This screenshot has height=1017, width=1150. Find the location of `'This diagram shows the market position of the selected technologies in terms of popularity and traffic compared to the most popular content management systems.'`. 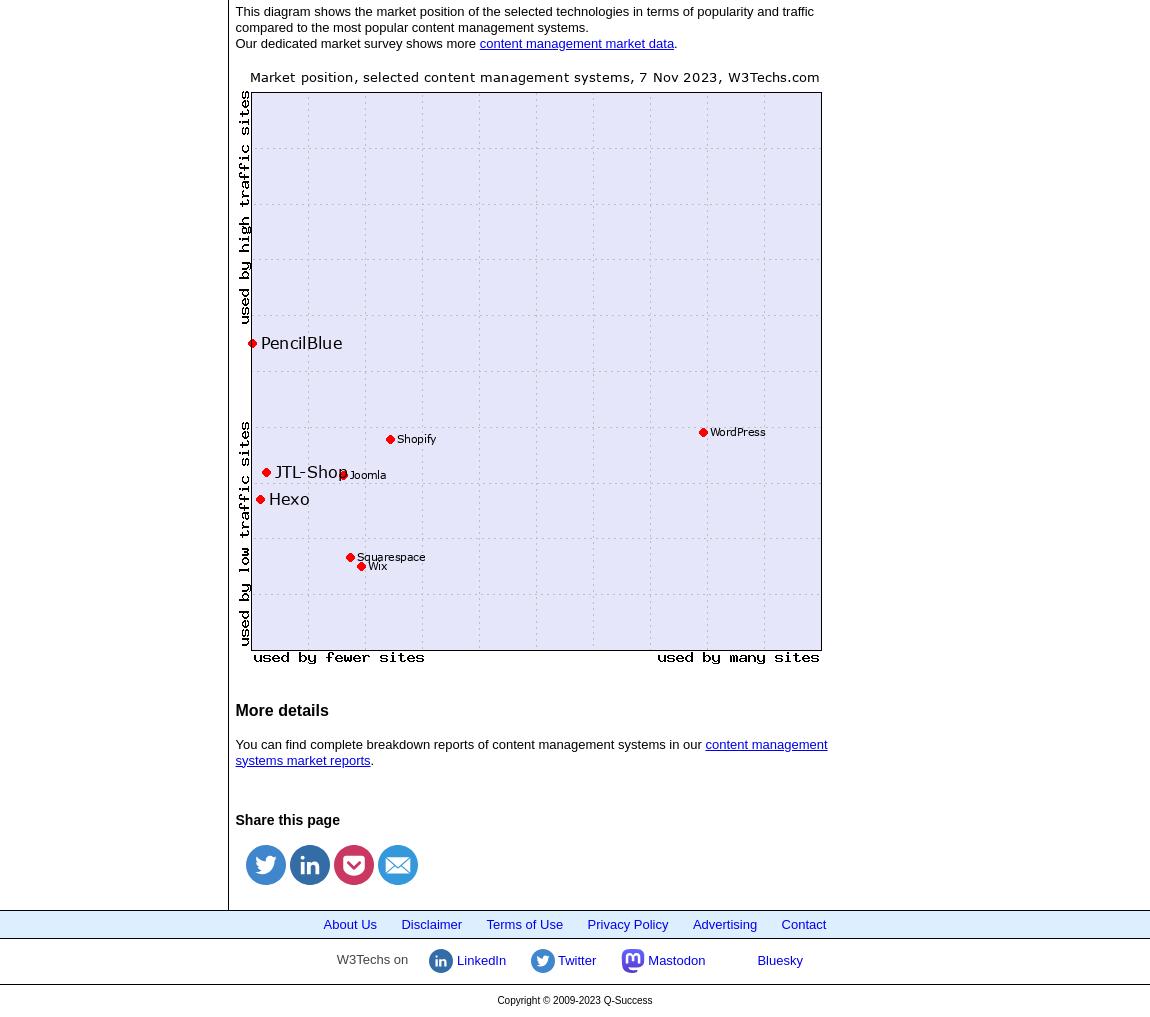

'This diagram shows the market position of the selected technologies in terms of popularity and traffic compared to the most popular content management systems.' is located at coordinates (524, 17).